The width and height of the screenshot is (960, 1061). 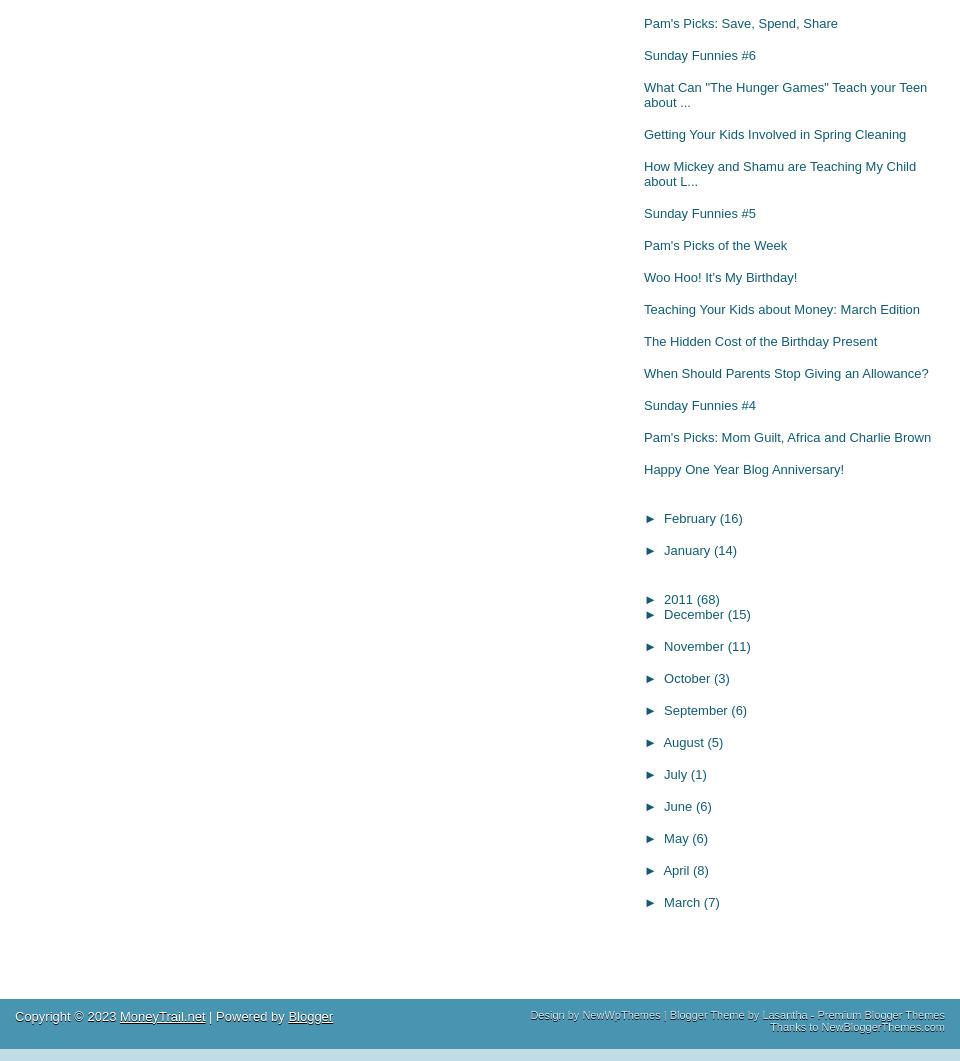 What do you see at coordinates (161, 1014) in the screenshot?
I see `'MoneyTrail.net'` at bounding box center [161, 1014].